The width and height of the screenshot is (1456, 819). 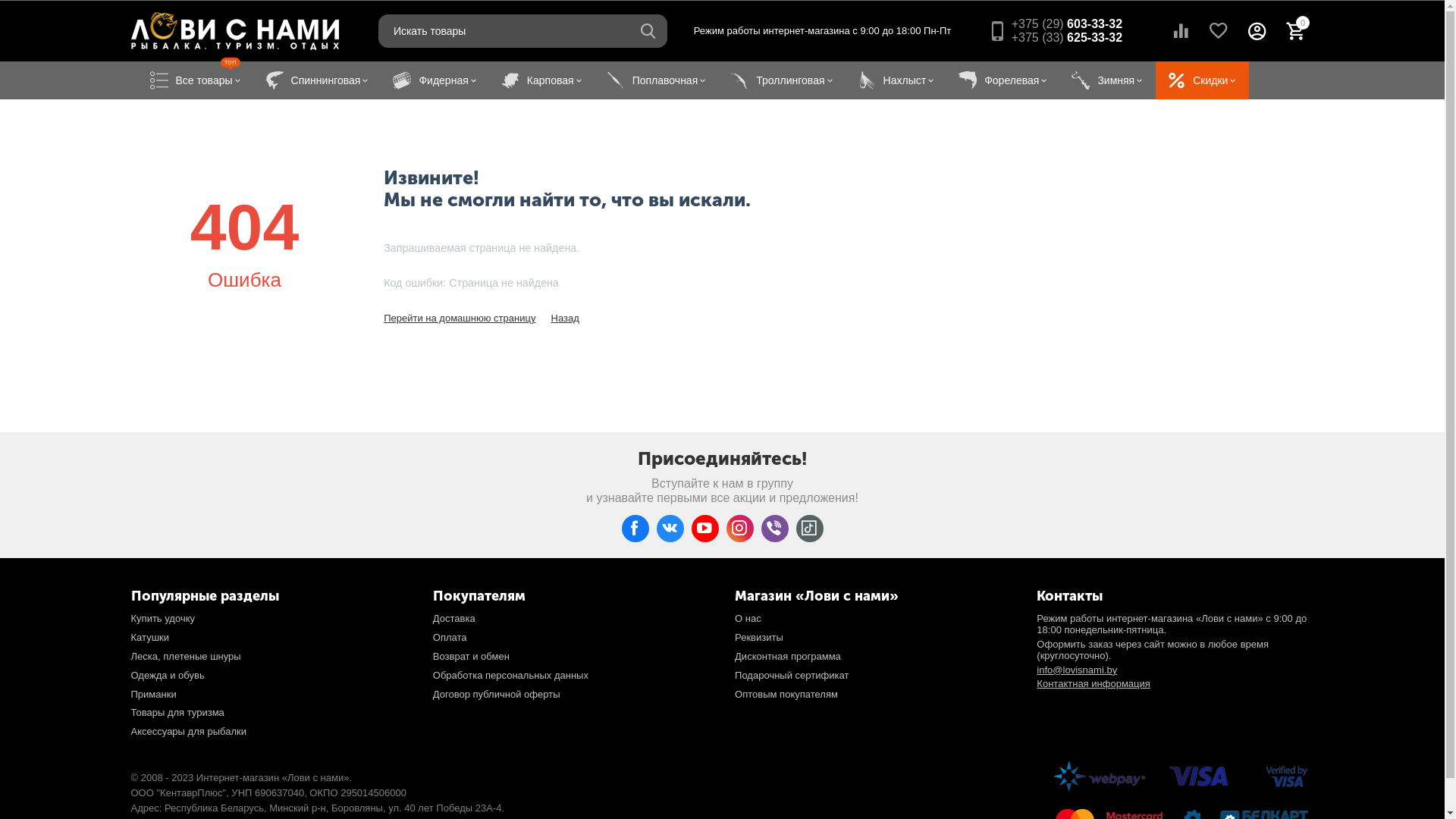 What do you see at coordinates (1065, 24) in the screenshot?
I see `'+375 (29) 603-33-32'` at bounding box center [1065, 24].